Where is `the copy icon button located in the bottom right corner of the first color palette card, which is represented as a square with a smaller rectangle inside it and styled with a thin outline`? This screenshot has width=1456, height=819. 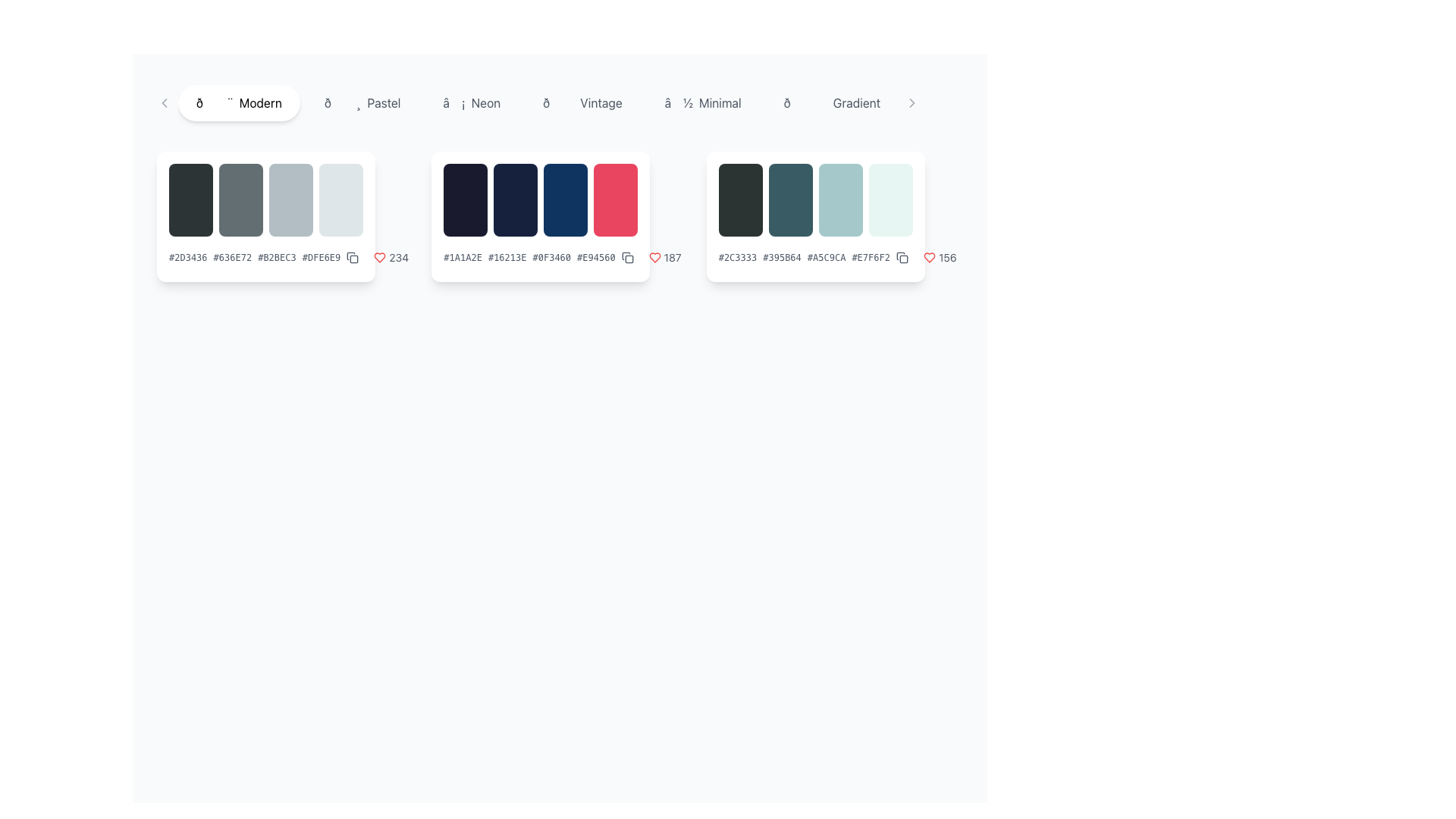 the copy icon button located in the bottom right corner of the first color palette card, which is represented as a square with a smaller rectangle inside it and styled with a thin outline is located at coordinates (352, 256).